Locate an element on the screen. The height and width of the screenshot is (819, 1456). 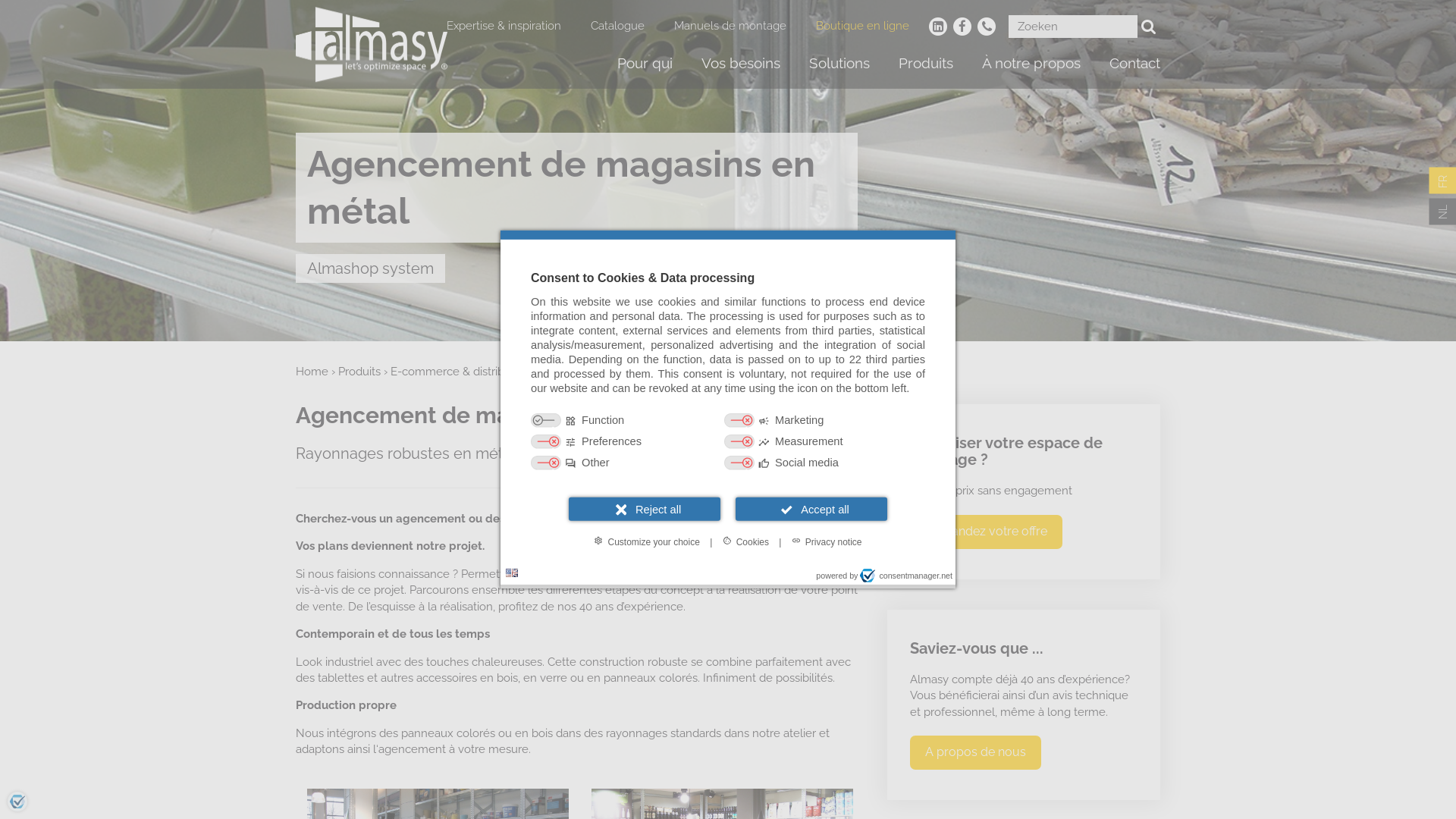
'Solutions' is located at coordinates (839, 62).